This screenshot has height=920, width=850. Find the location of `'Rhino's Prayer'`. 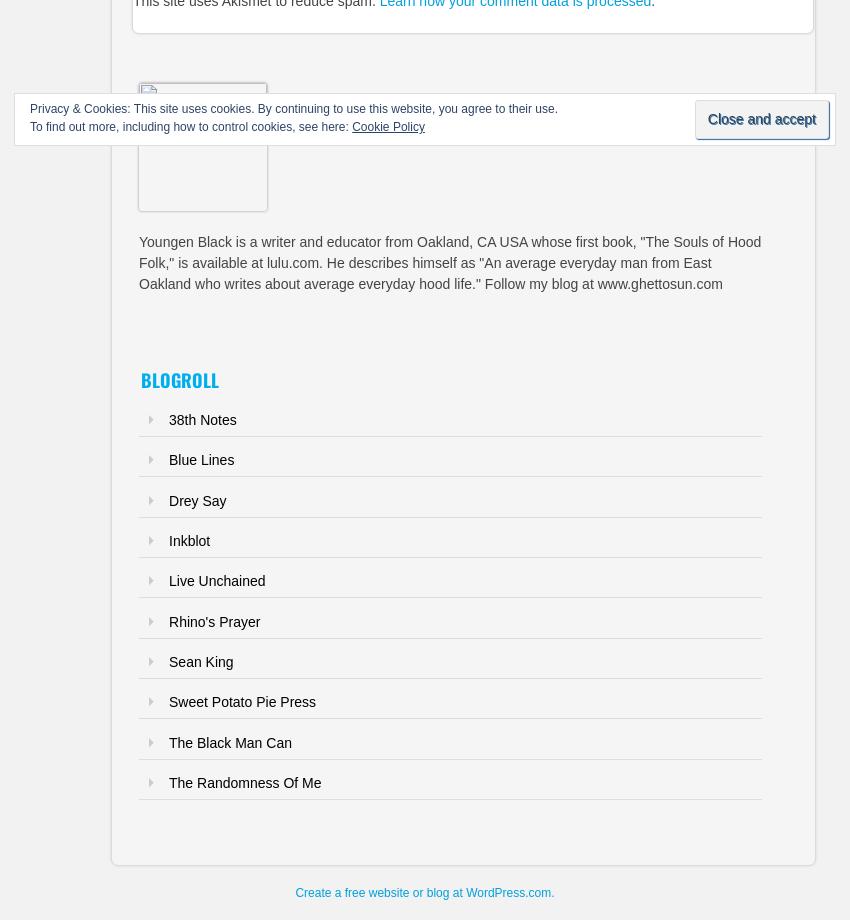

'Rhino's Prayer' is located at coordinates (168, 620).